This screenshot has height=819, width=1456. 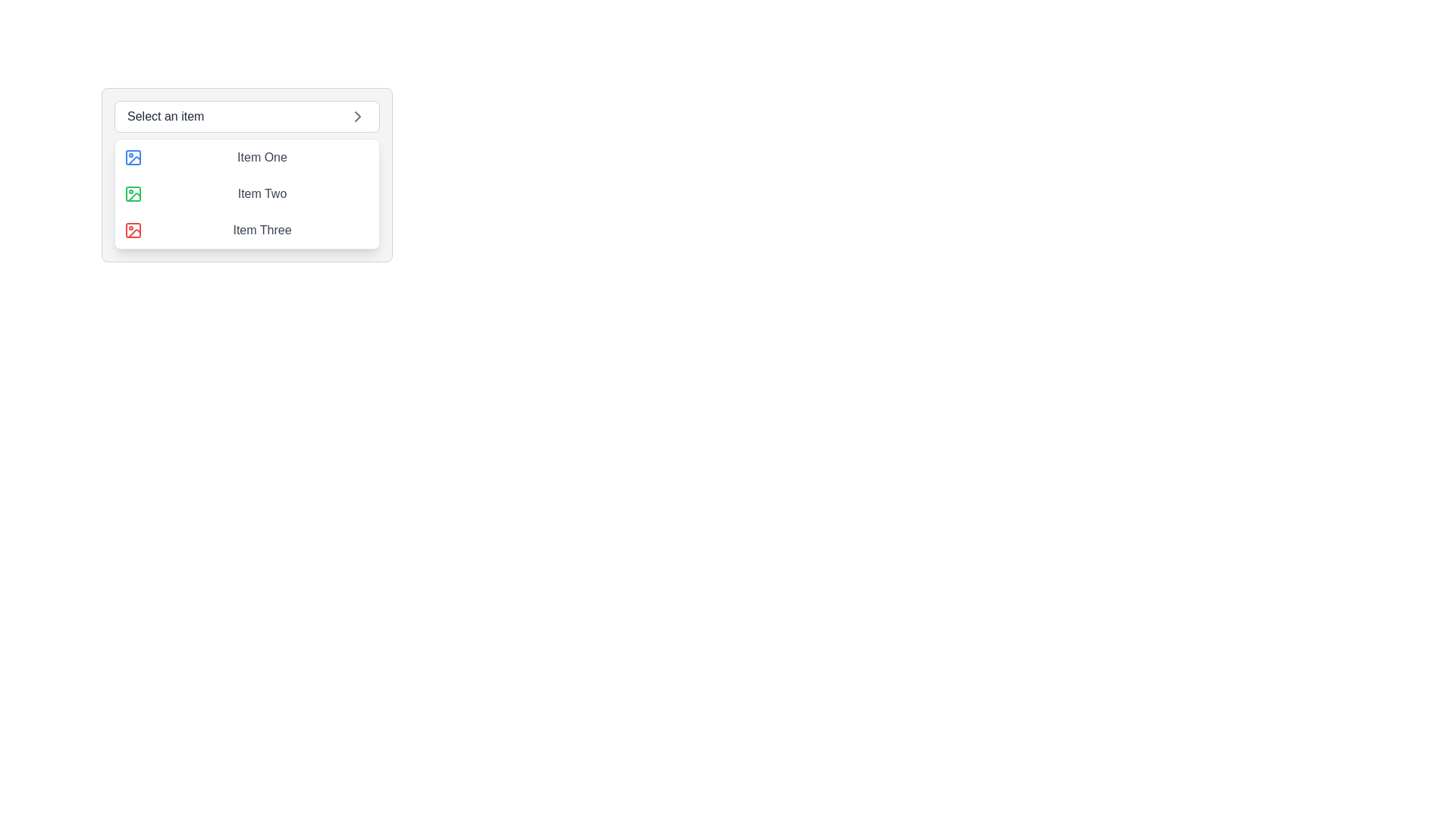 What do you see at coordinates (247, 193) in the screenshot?
I see `the second item in the dropdown menu labeled 'Item Two'` at bounding box center [247, 193].